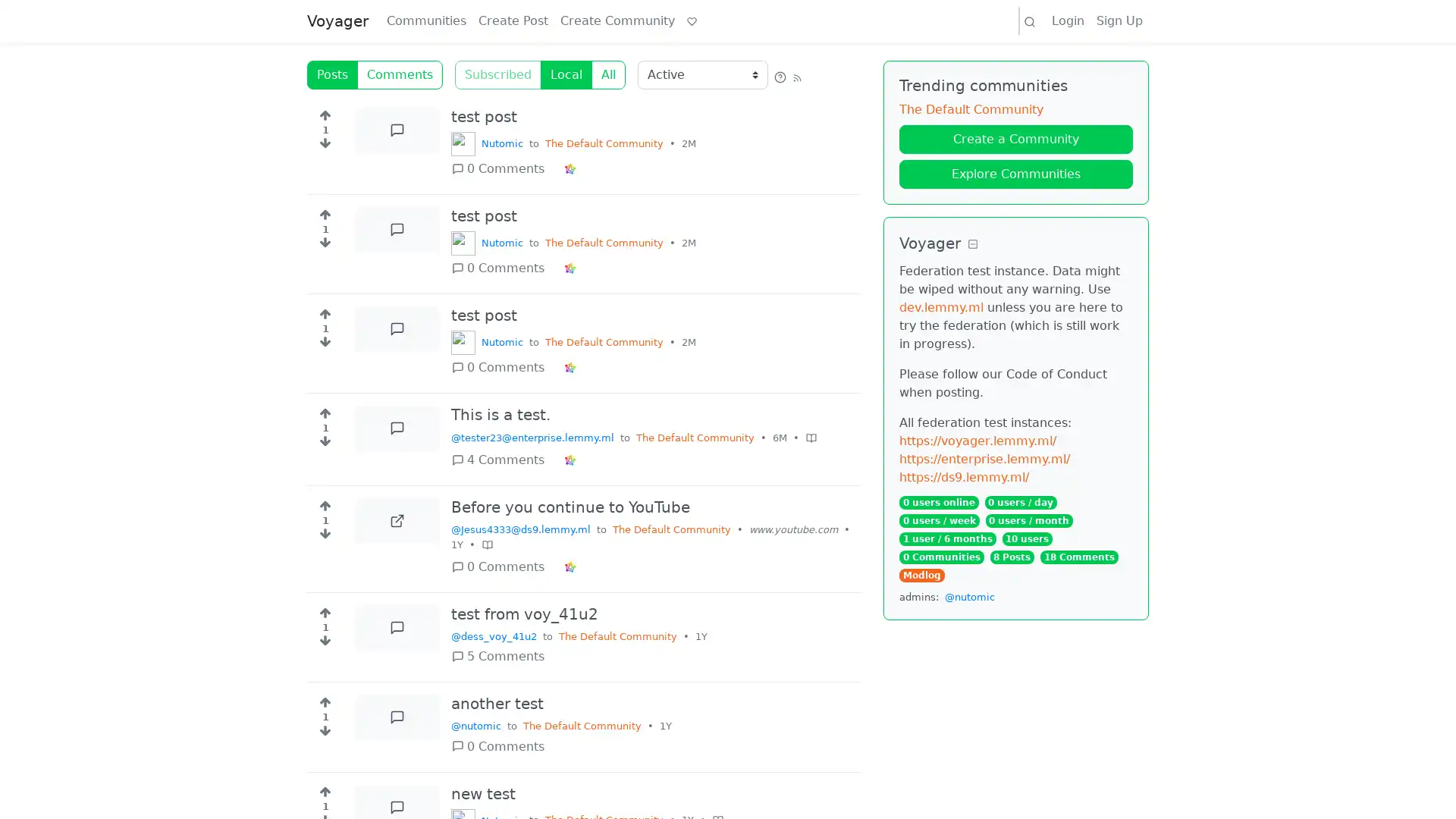 Image resolution: width=1456 pixels, height=819 pixels. What do you see at coordinates (324, 503) in the screenshot?
I see `Upvote` at bounding box center [324, 503].